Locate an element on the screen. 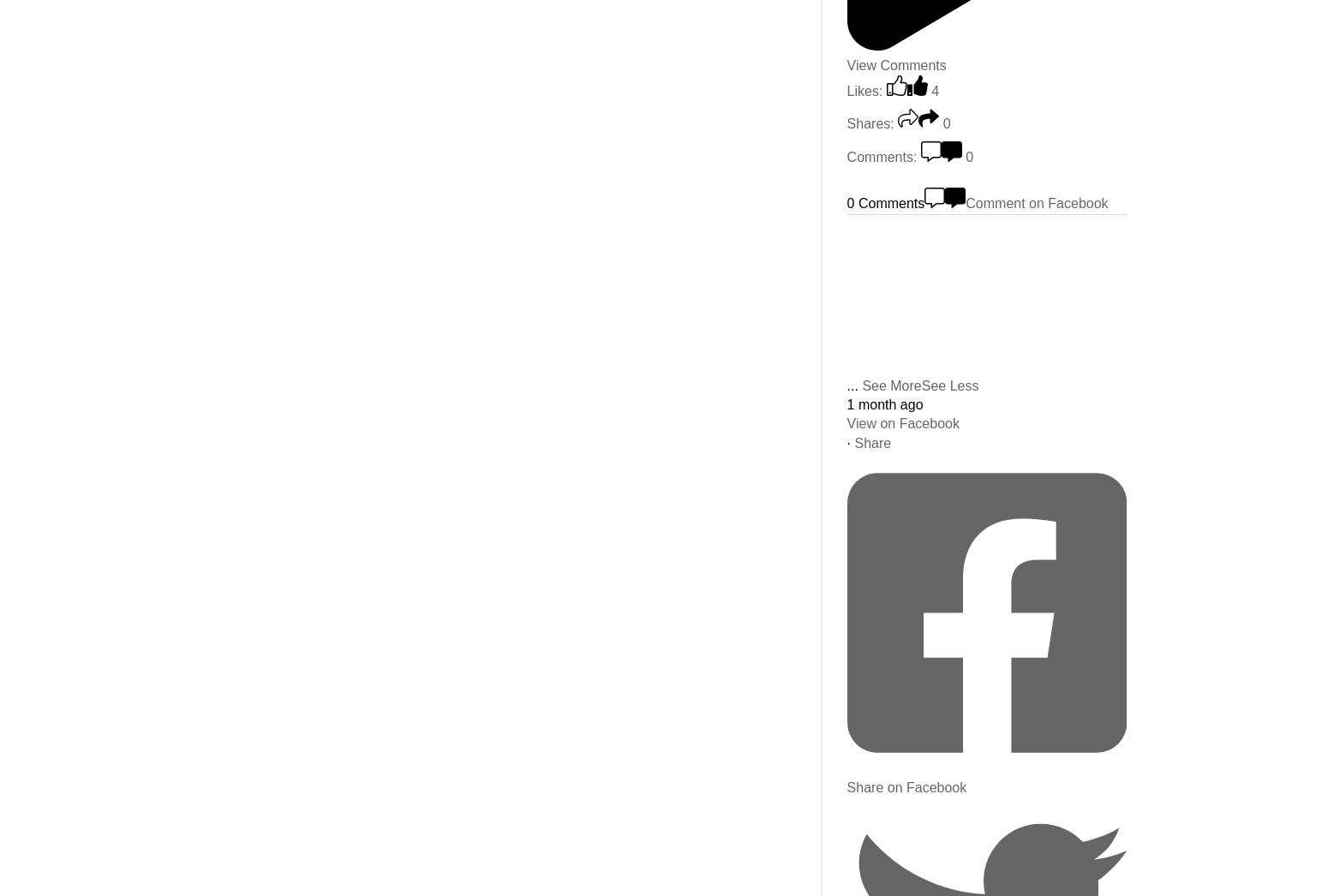 The width and height of the screenshot is (1328, 896). '...' is located at coordinates (852, 384).